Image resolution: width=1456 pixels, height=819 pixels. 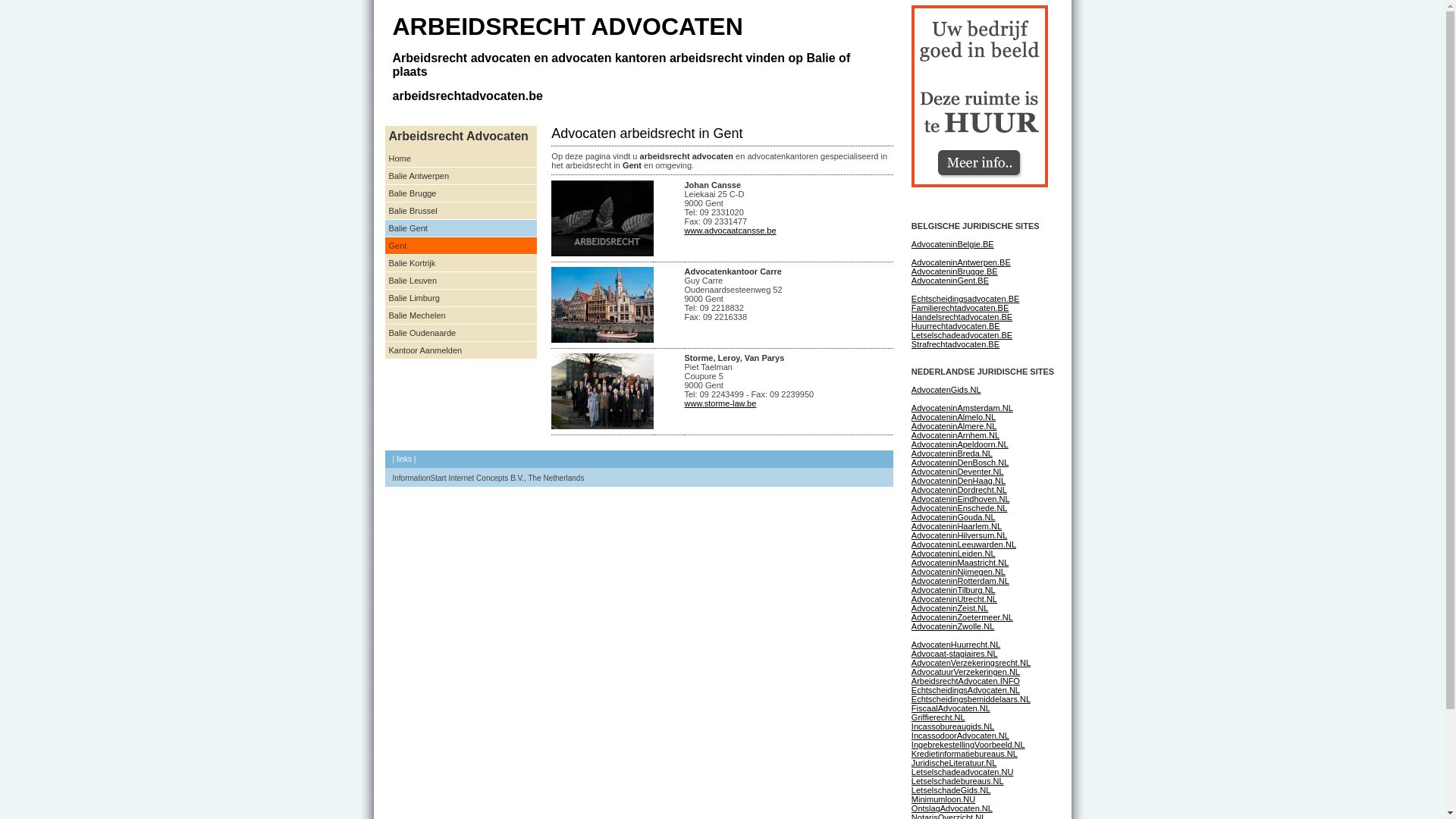 I want to click on 'www.advocaatcansse.be', so click(x=730, y=231).